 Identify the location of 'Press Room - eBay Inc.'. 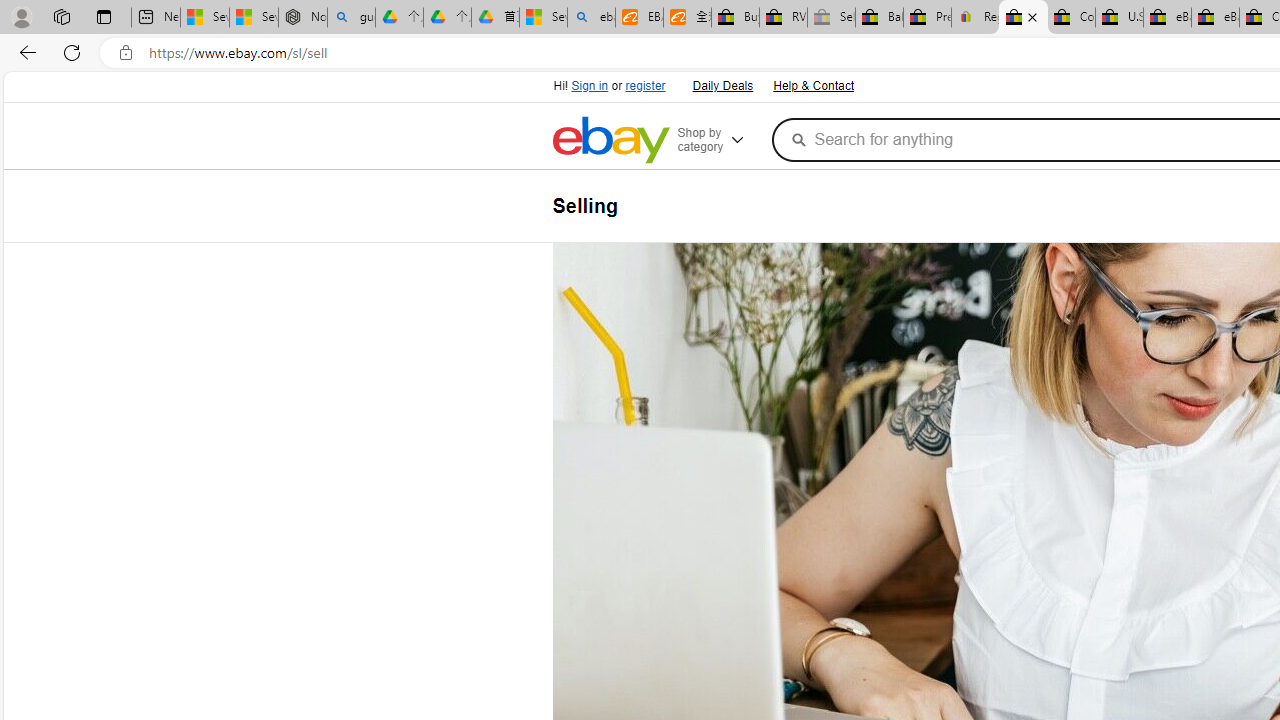
(926, 17).